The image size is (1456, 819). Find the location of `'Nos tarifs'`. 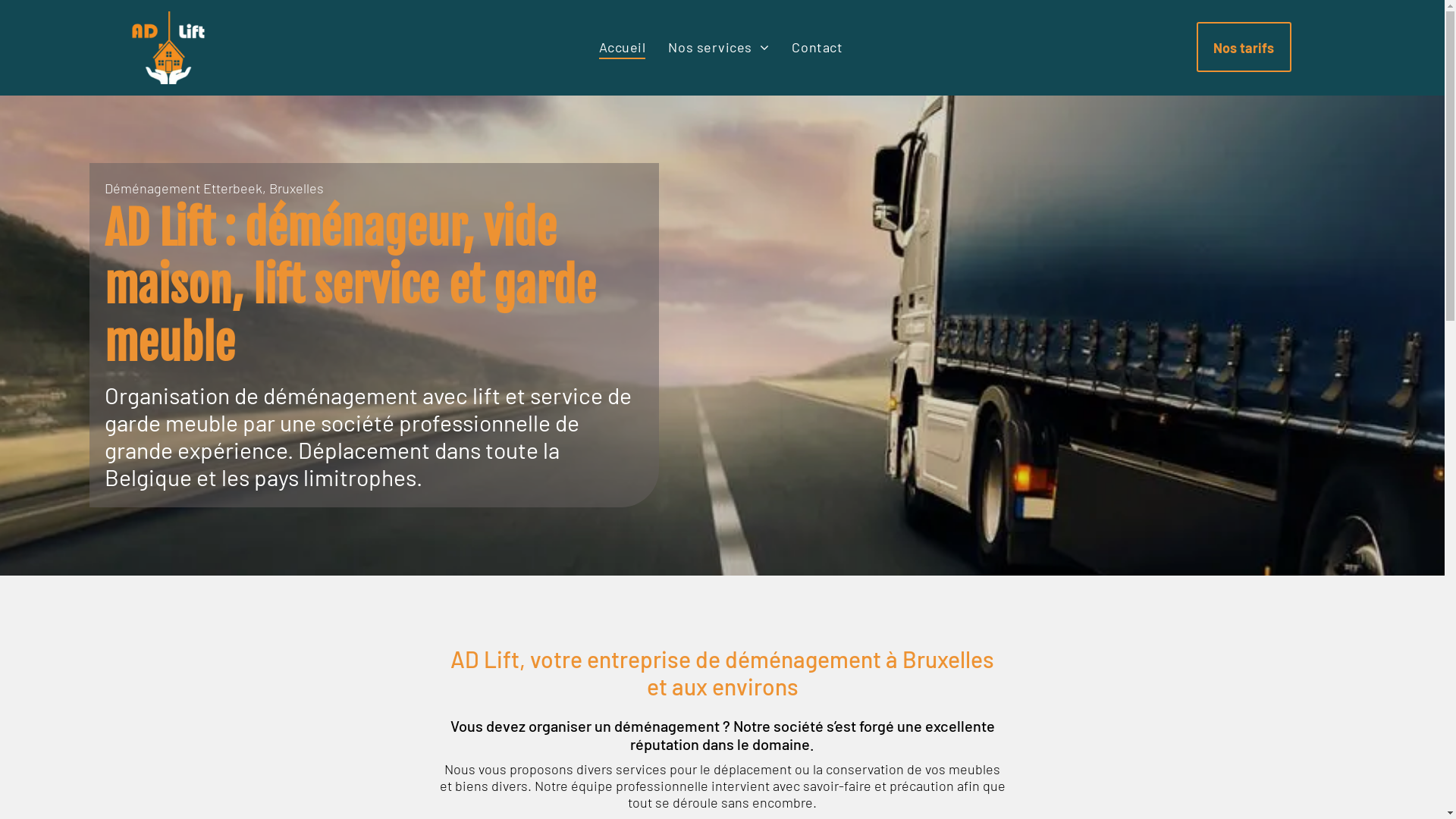

'Nos tarifs' is located at coordinates (1244, 45).